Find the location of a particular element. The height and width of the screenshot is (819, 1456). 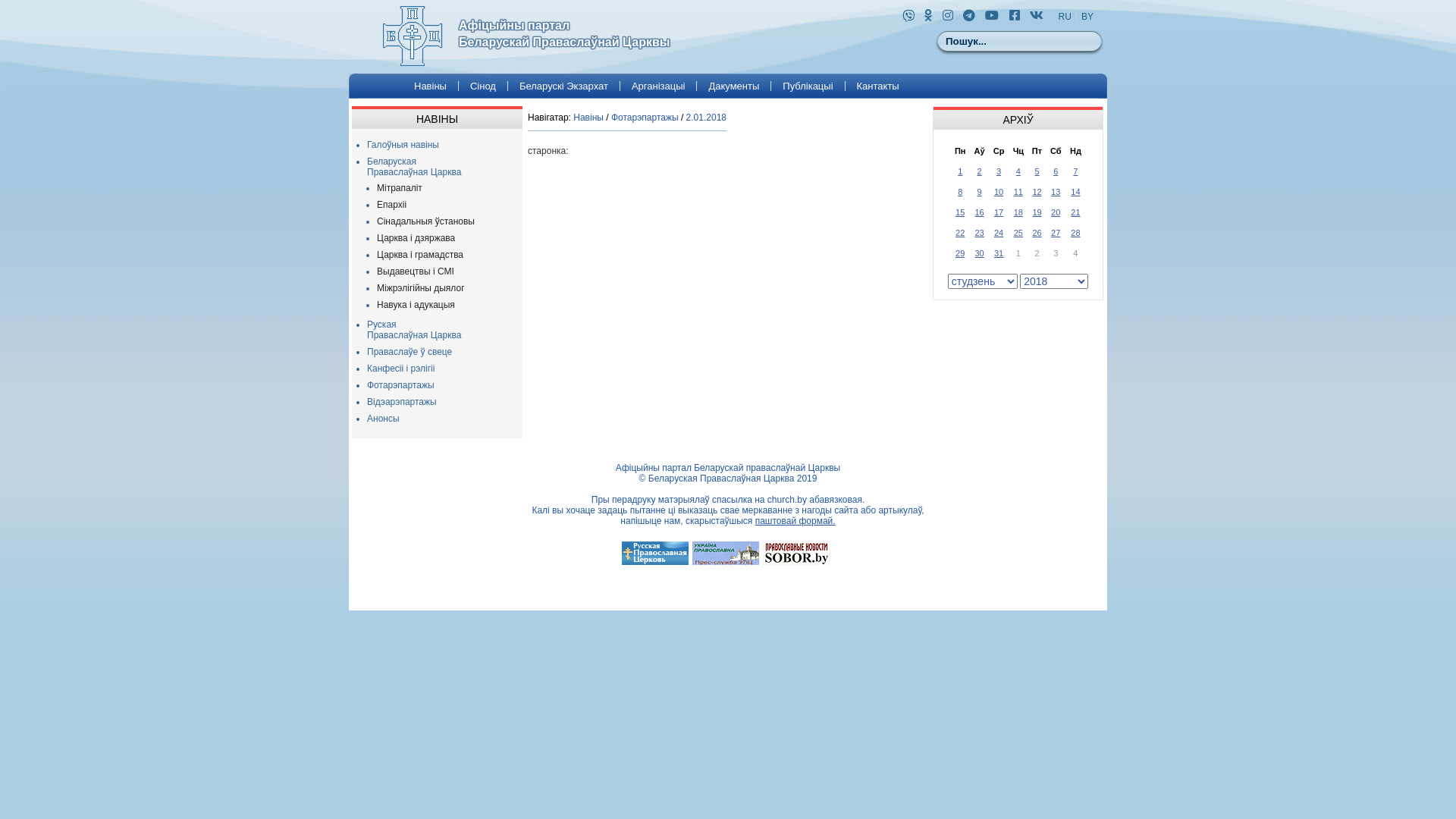

'17' is located at coordinates (998, 212).